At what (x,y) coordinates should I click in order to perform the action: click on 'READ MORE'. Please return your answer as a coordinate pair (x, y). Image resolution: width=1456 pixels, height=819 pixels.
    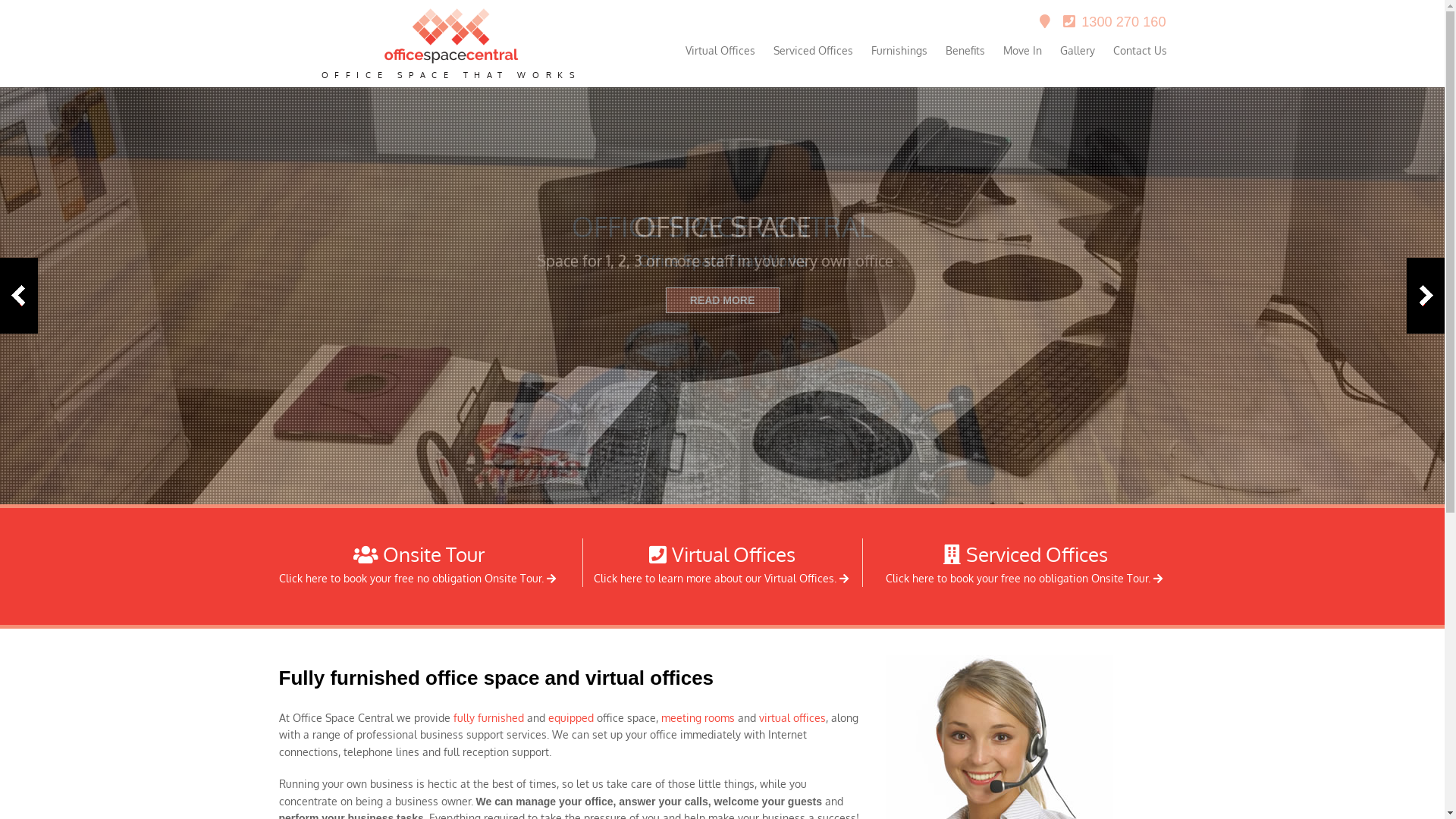
    Looking at the image, I should click on (722, 300).